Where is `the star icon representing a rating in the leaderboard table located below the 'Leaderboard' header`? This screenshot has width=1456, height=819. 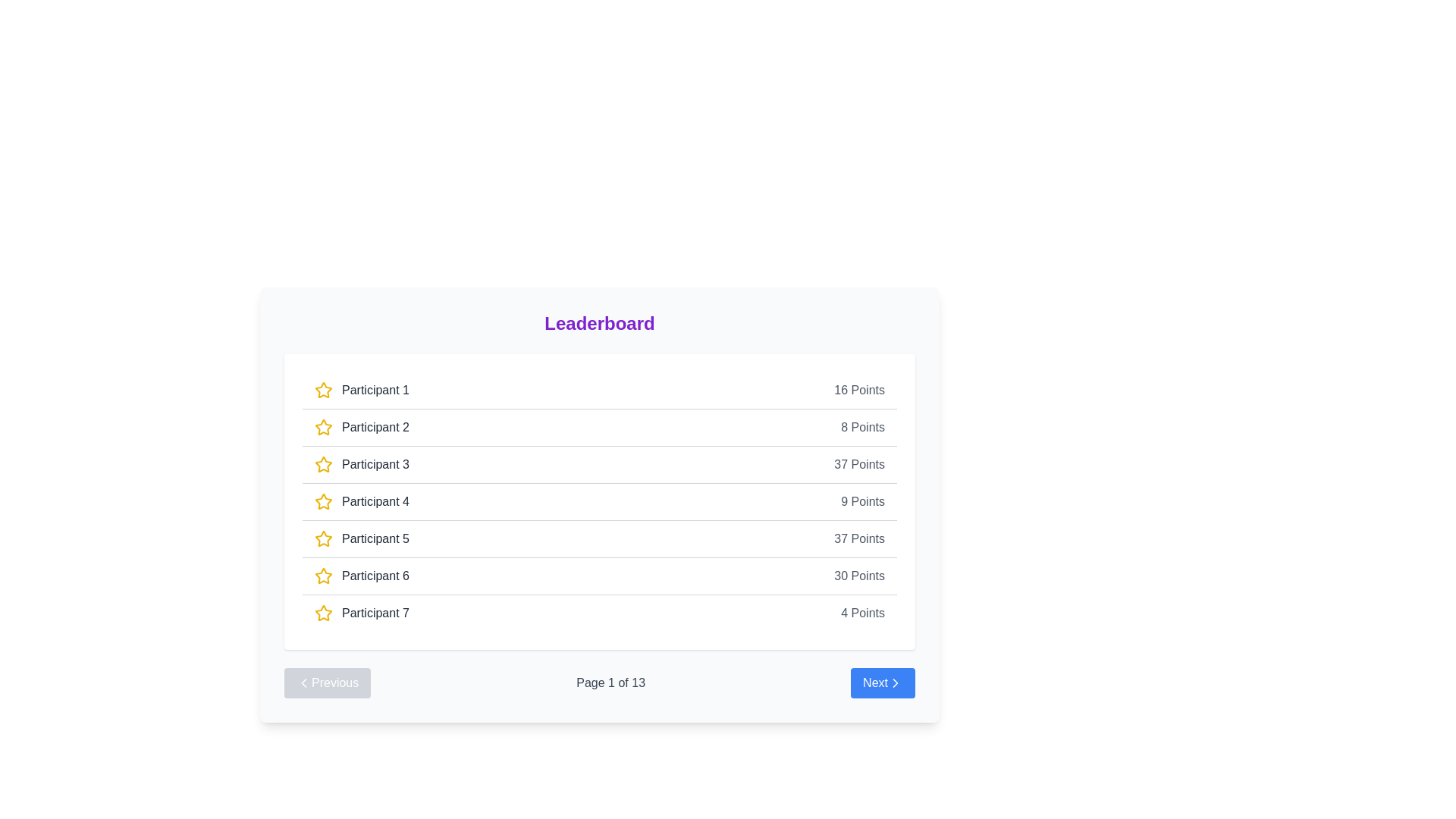
the star icon representing a rating in the leaderboard table located below the 'Leaderboard' header is located at coordinates (323, 389).